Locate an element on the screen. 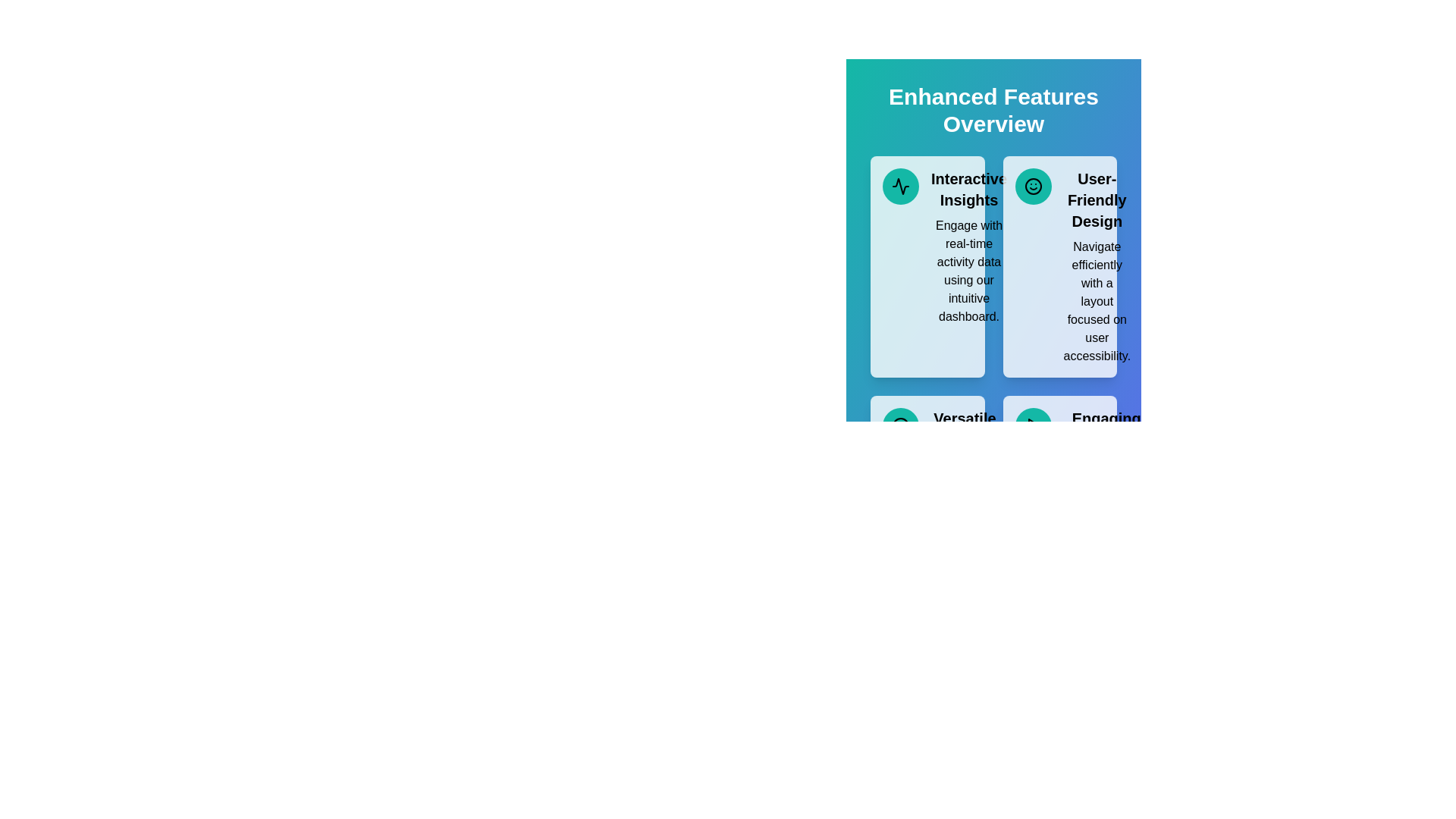  the circular boundary of the smiling face icon located in the User-Friendly Design section under the Enhanced Features Overview title is located at coordinates (1032, 186).